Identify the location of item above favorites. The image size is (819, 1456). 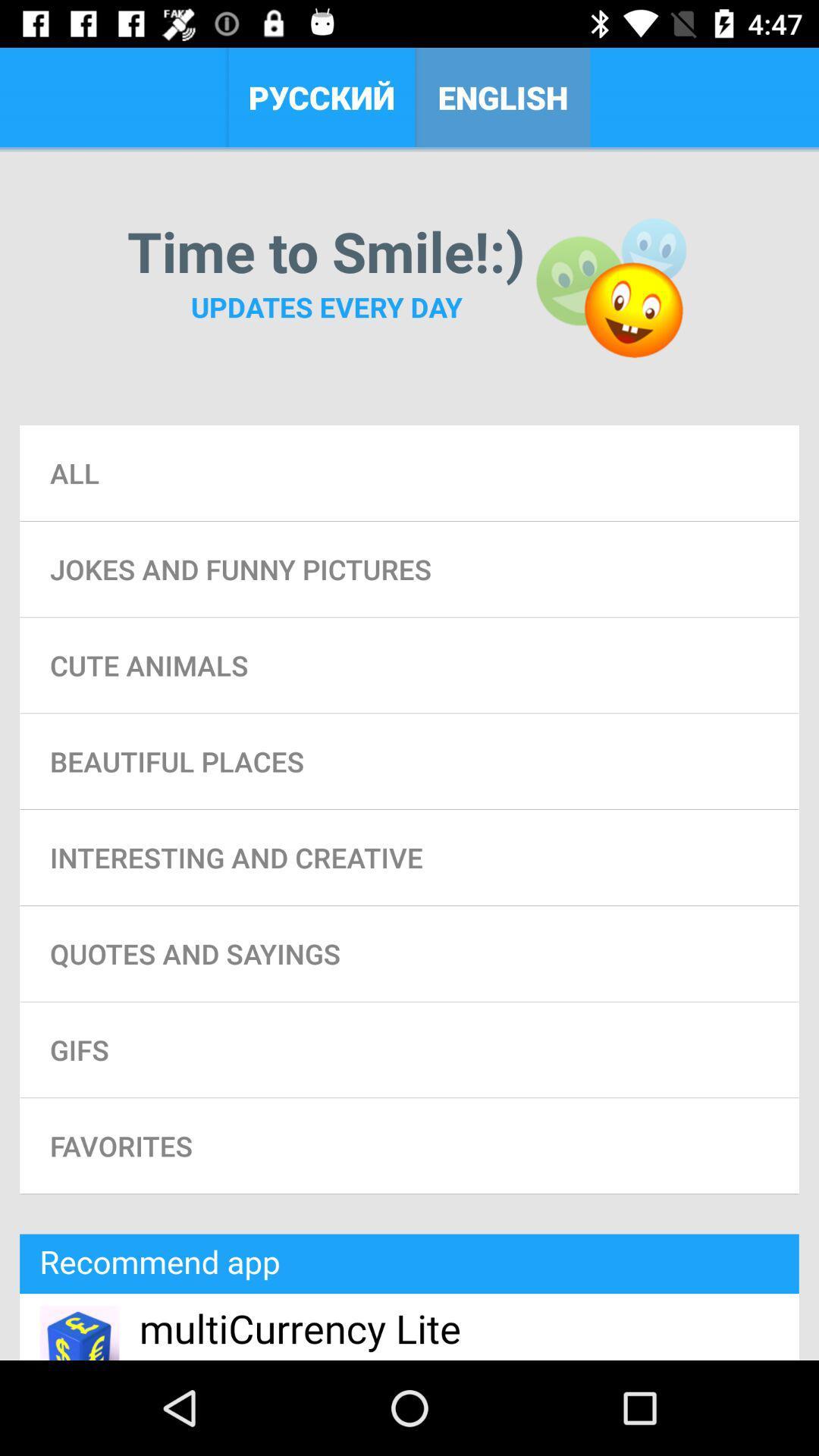
(409, 1049).